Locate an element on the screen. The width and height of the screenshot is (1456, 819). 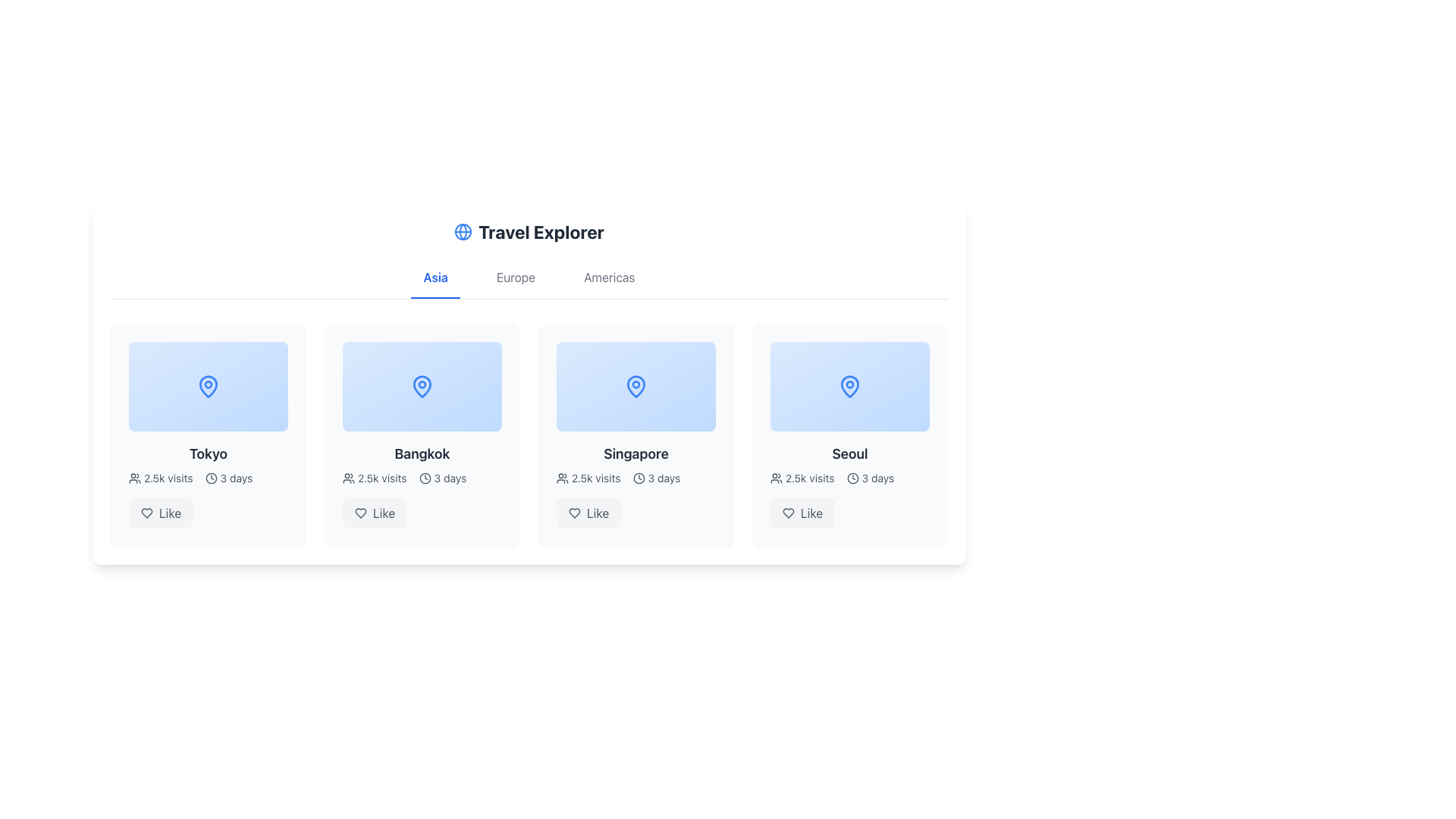
the 'Like' button with a heart icon located at the bottom of the 'Bangkok' card to express a like for the card is located at coordinates (375, 513).